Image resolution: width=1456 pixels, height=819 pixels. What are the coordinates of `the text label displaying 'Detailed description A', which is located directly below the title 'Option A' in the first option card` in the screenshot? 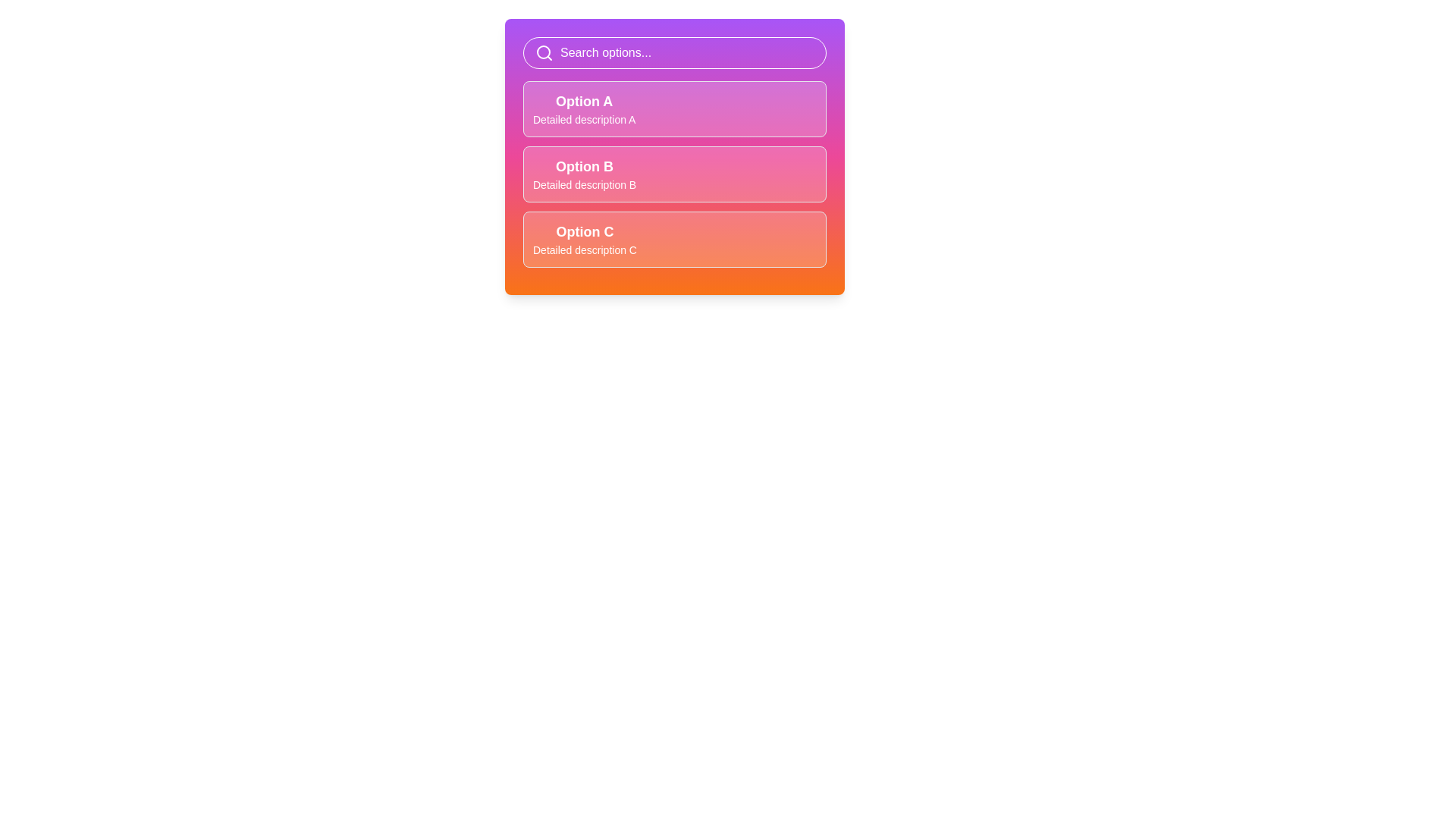 It's located at (583, 119).